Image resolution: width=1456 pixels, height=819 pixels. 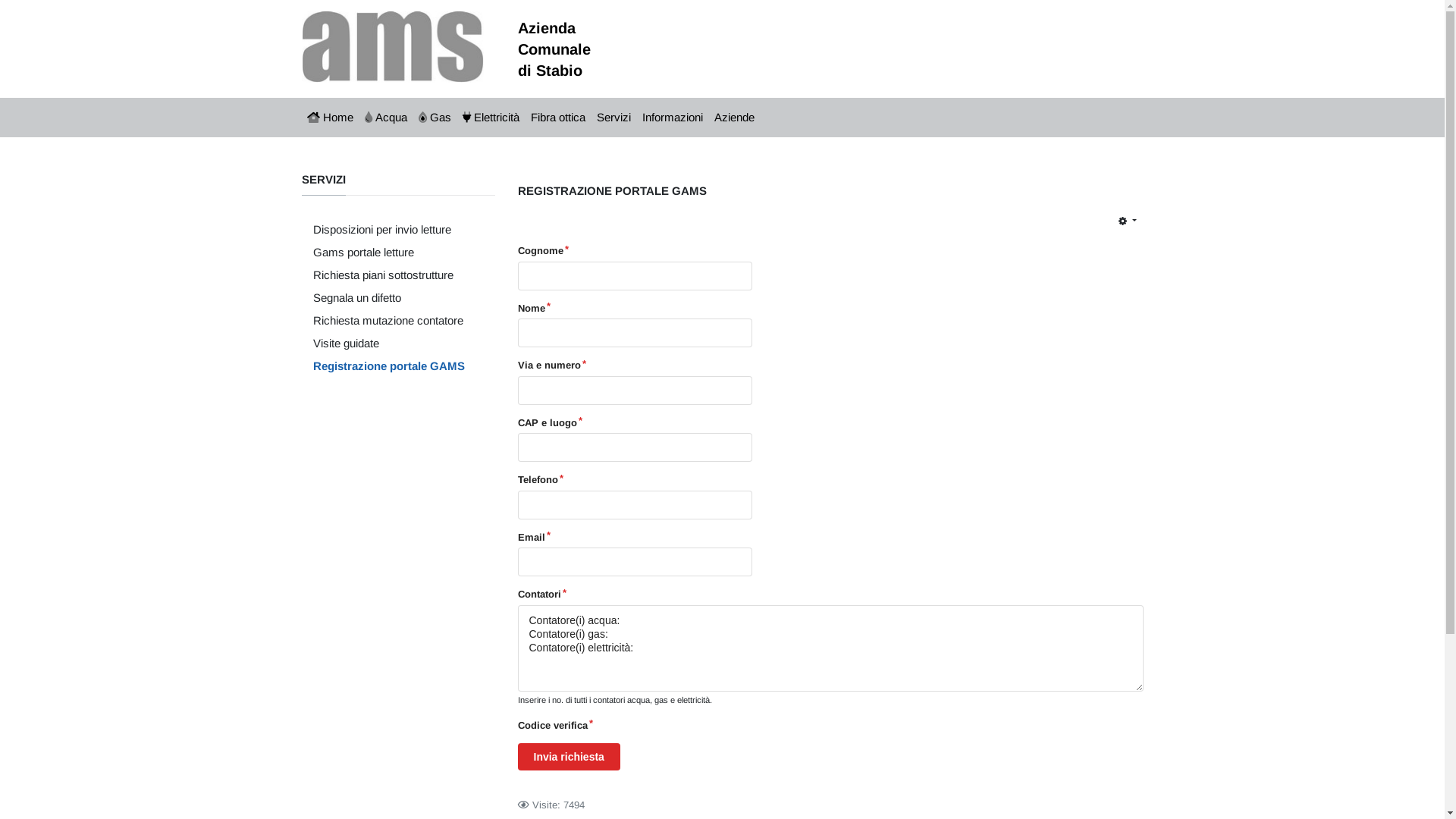 I want to click on 'Informazioni', so click(x=672, y=116).